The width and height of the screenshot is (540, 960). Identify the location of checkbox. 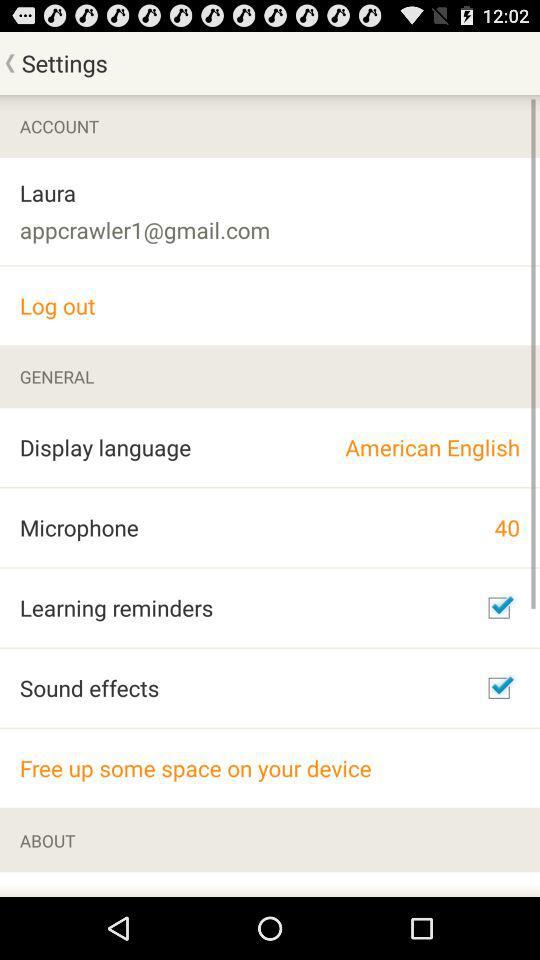
(498, 606).